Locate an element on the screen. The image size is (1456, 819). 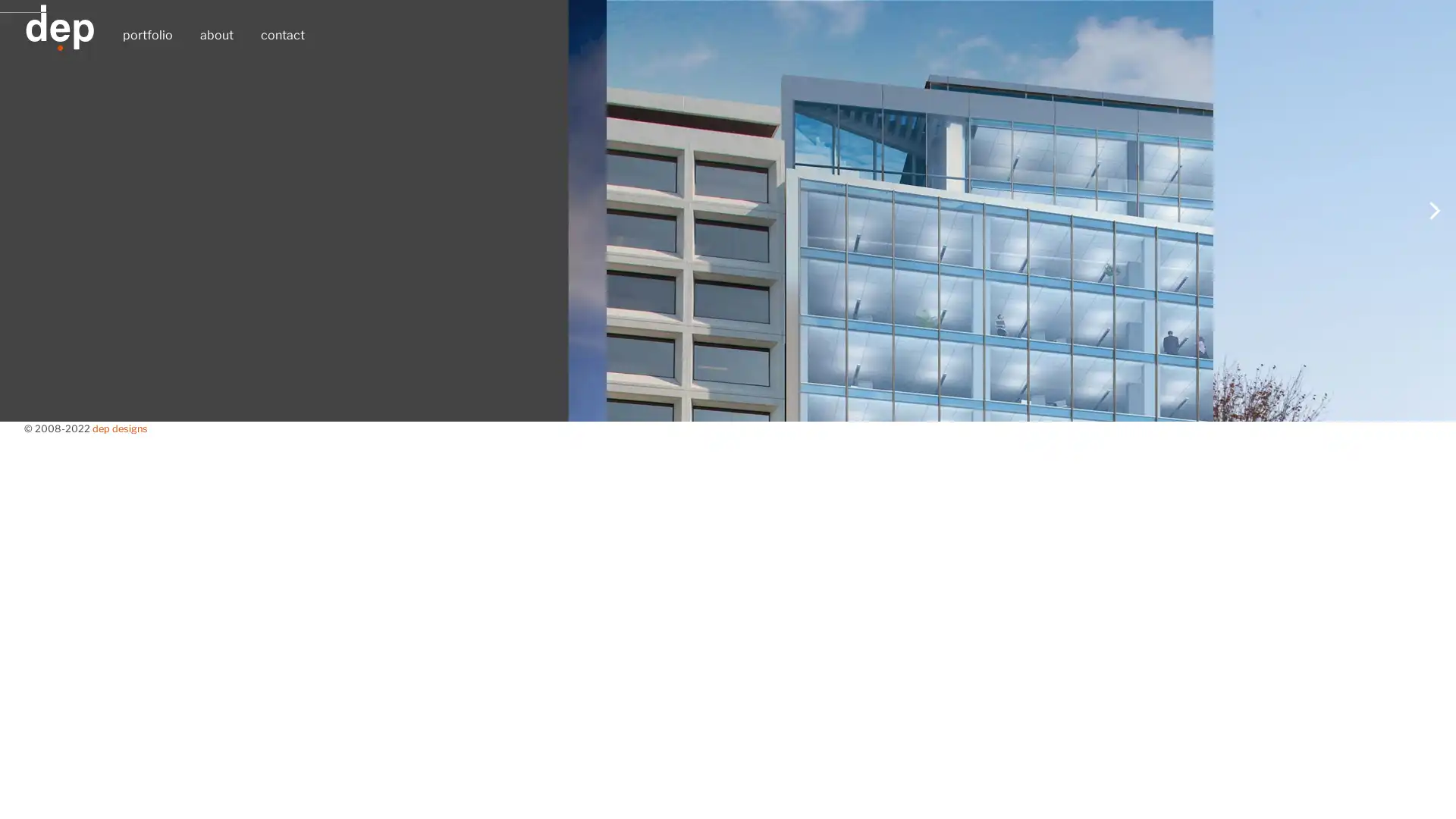
Next is located at coordinates (1432, 494).